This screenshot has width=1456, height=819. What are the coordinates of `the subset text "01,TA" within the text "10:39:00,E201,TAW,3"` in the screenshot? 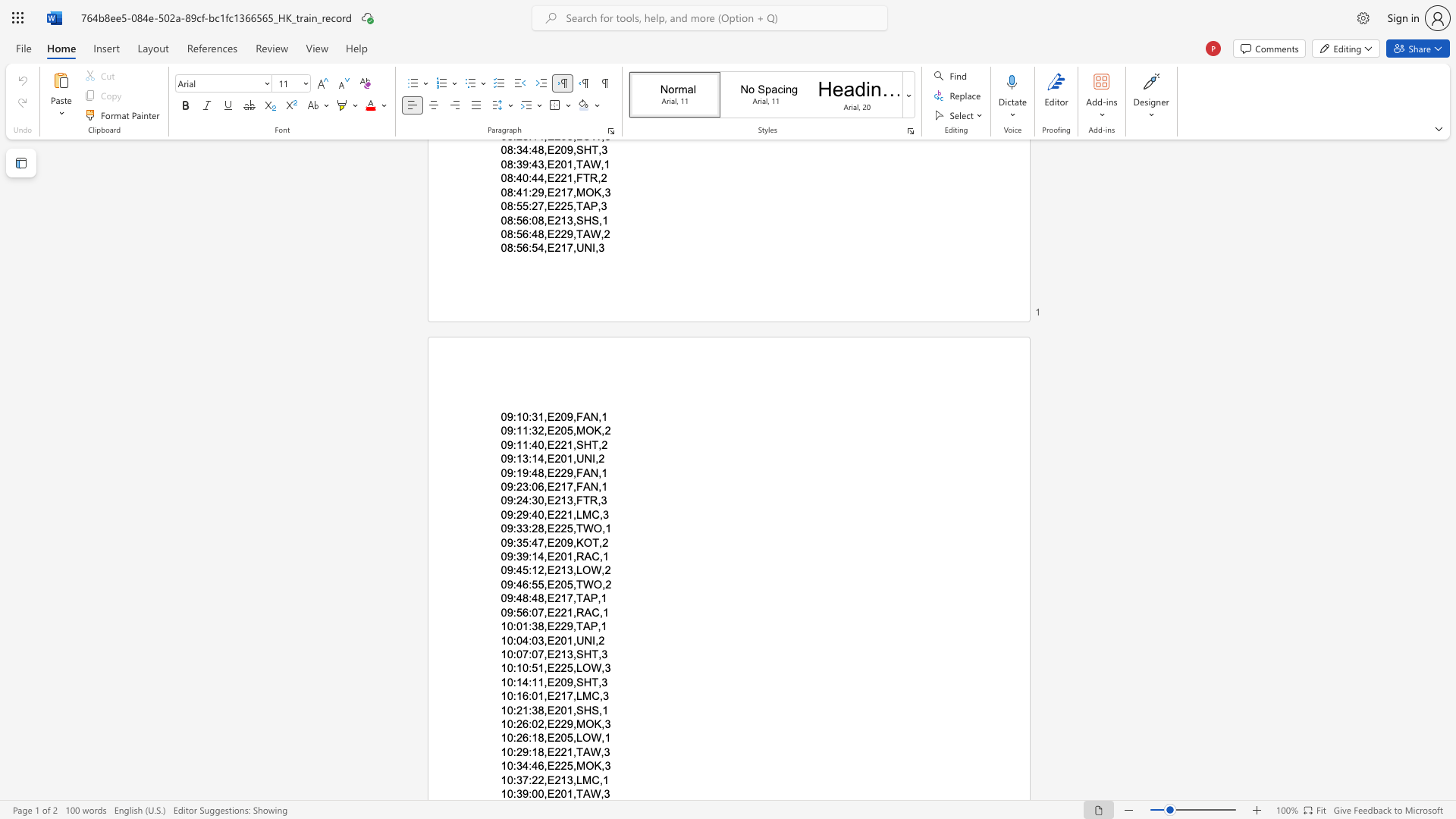 It's located at (560, 792).